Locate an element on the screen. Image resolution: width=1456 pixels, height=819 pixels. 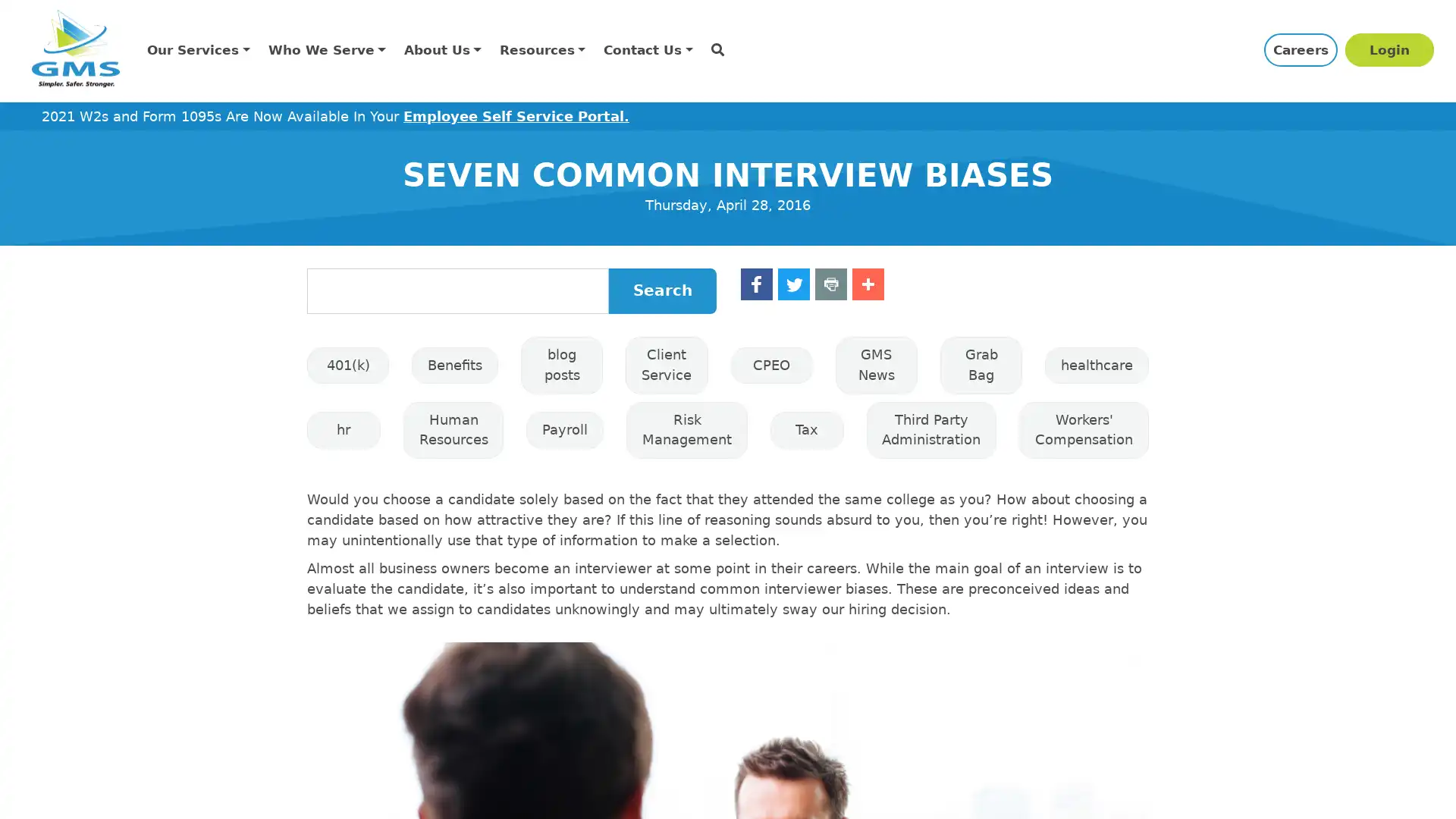
Share to Twitter Twitter is located at coordinates (868, 286).